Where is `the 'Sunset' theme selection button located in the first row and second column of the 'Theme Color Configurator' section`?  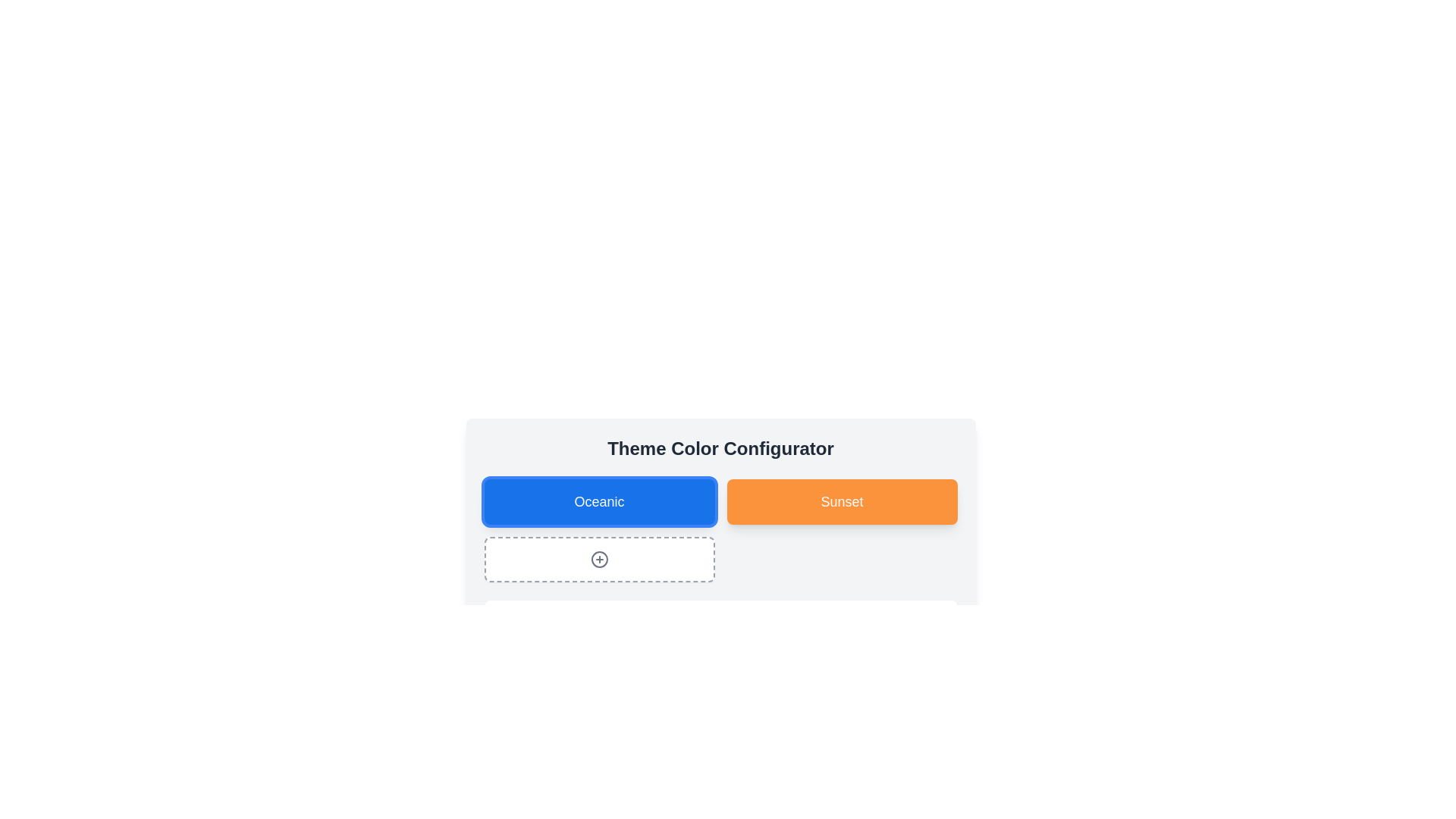
the 'Sunset' theme selection button located in the first row and second column of the 'Theme Color Configurator' section is located at coordinates (841, 502).